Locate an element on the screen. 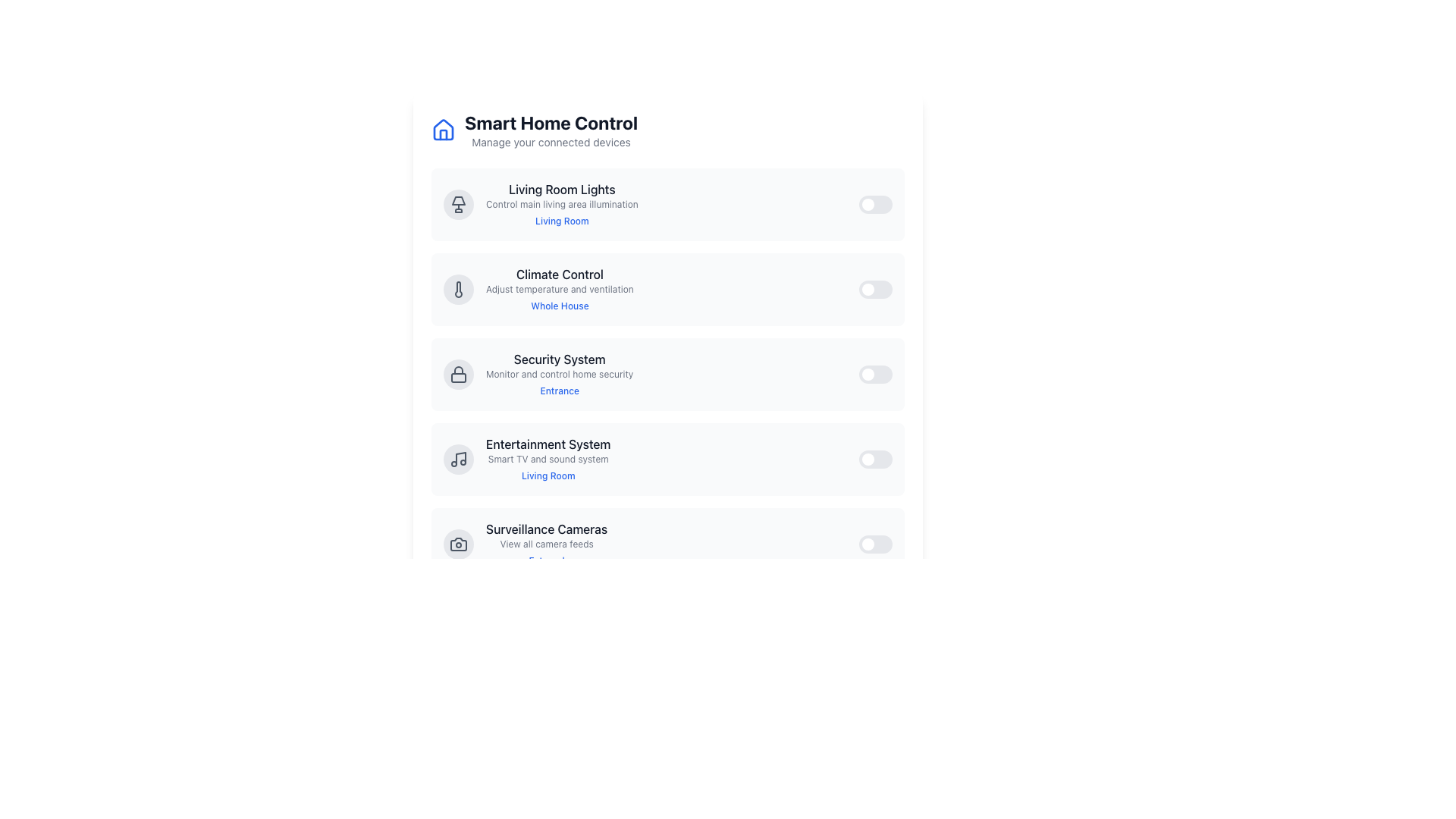 This screenshot has width=1456, height=819. the 'Climate Control' text label, which is styled with a medium font weight and dark gray color, positioned as the title of its section in a vertical list layout is located at coordinates (559, 275).